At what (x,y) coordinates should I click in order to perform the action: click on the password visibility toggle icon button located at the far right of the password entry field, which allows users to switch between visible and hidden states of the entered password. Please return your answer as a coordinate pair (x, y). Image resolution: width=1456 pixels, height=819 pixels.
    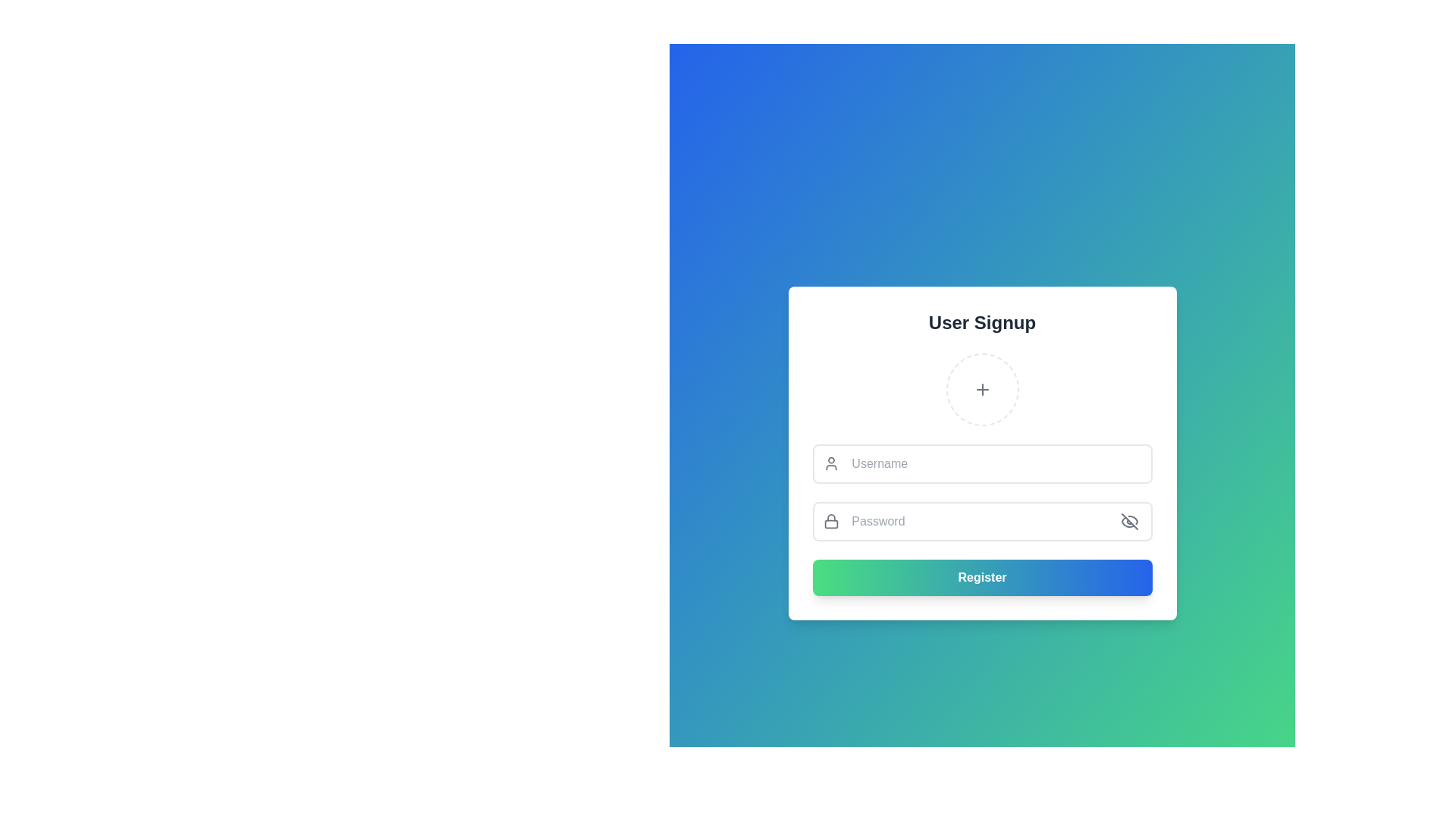
    Looking at the image, I should click on (1129, 520).